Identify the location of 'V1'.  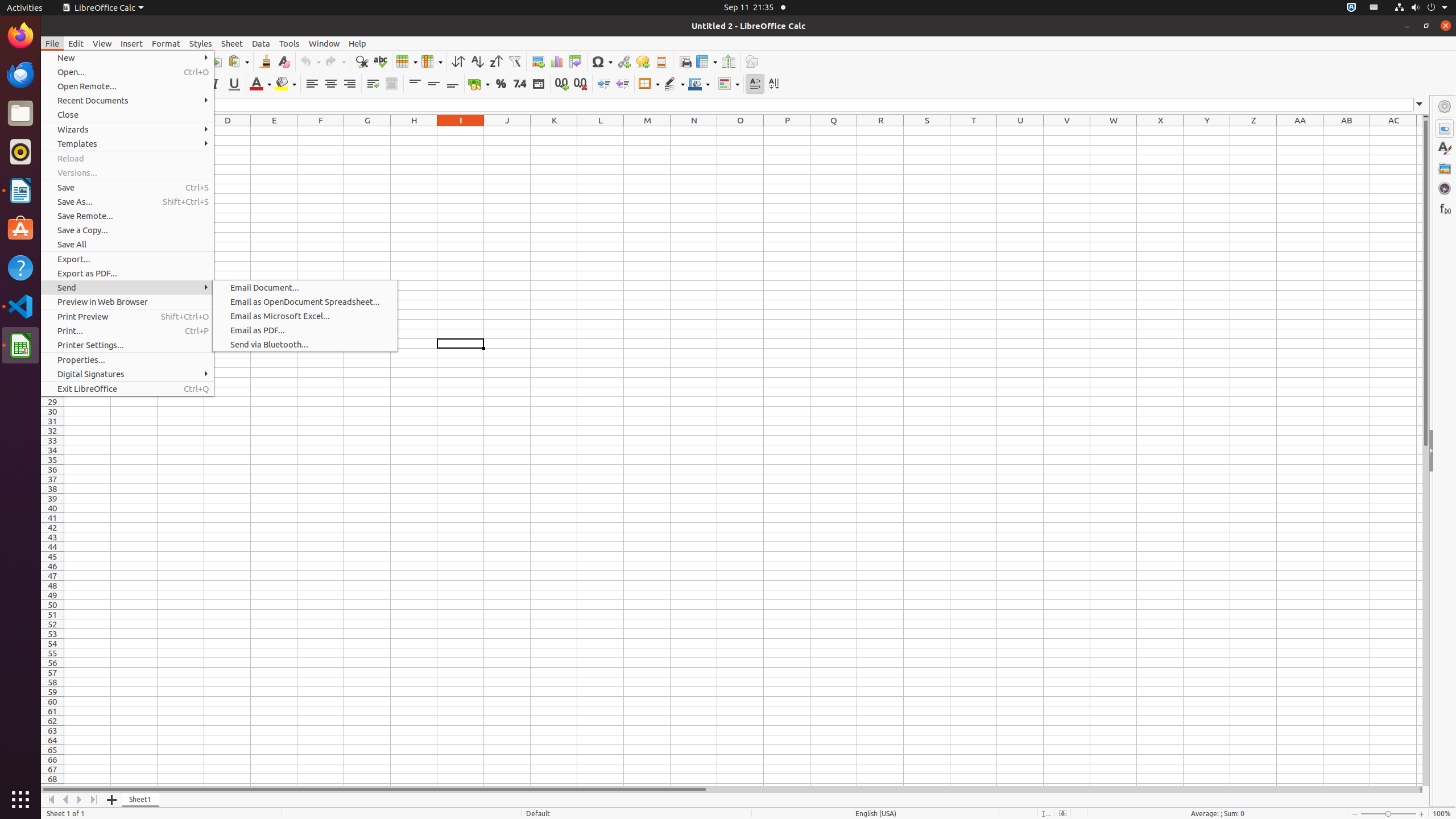
(1066, 130).